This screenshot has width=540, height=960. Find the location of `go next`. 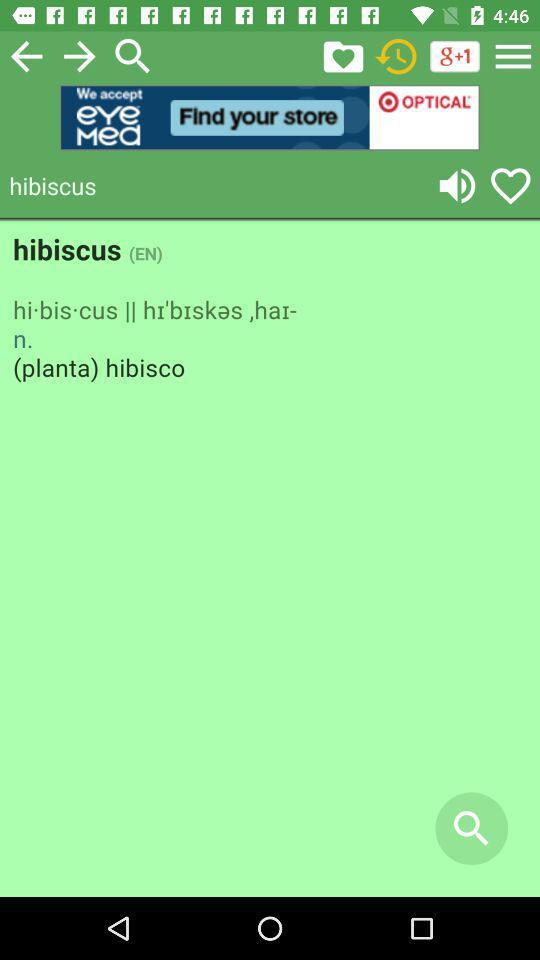

go next is located at coordinates (78, 55).